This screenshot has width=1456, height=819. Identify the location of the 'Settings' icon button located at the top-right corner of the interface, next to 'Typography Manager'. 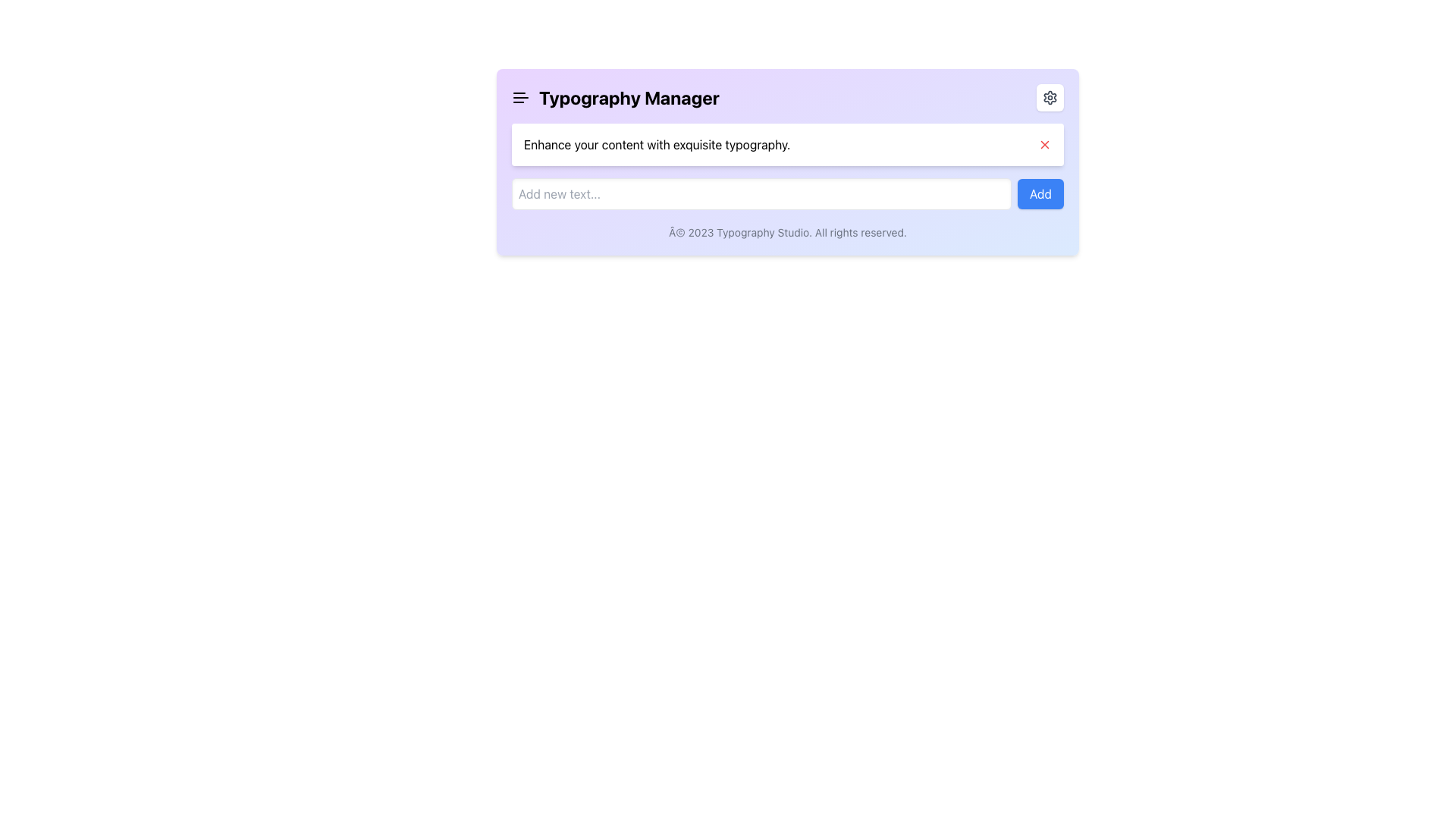
(1050, 97).